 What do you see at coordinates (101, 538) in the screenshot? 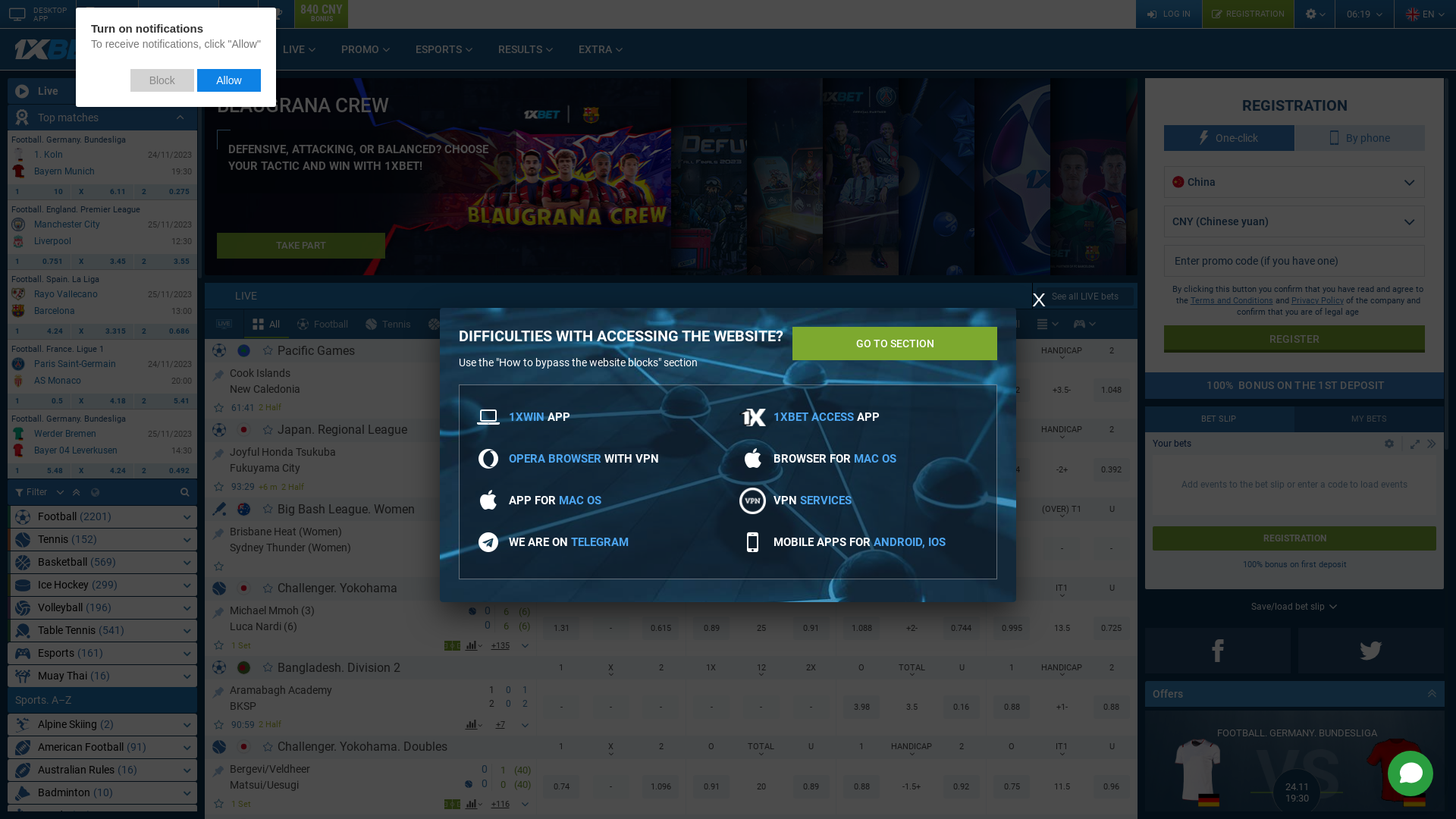
I see `'Tennis` at bounding box center [101, 538].